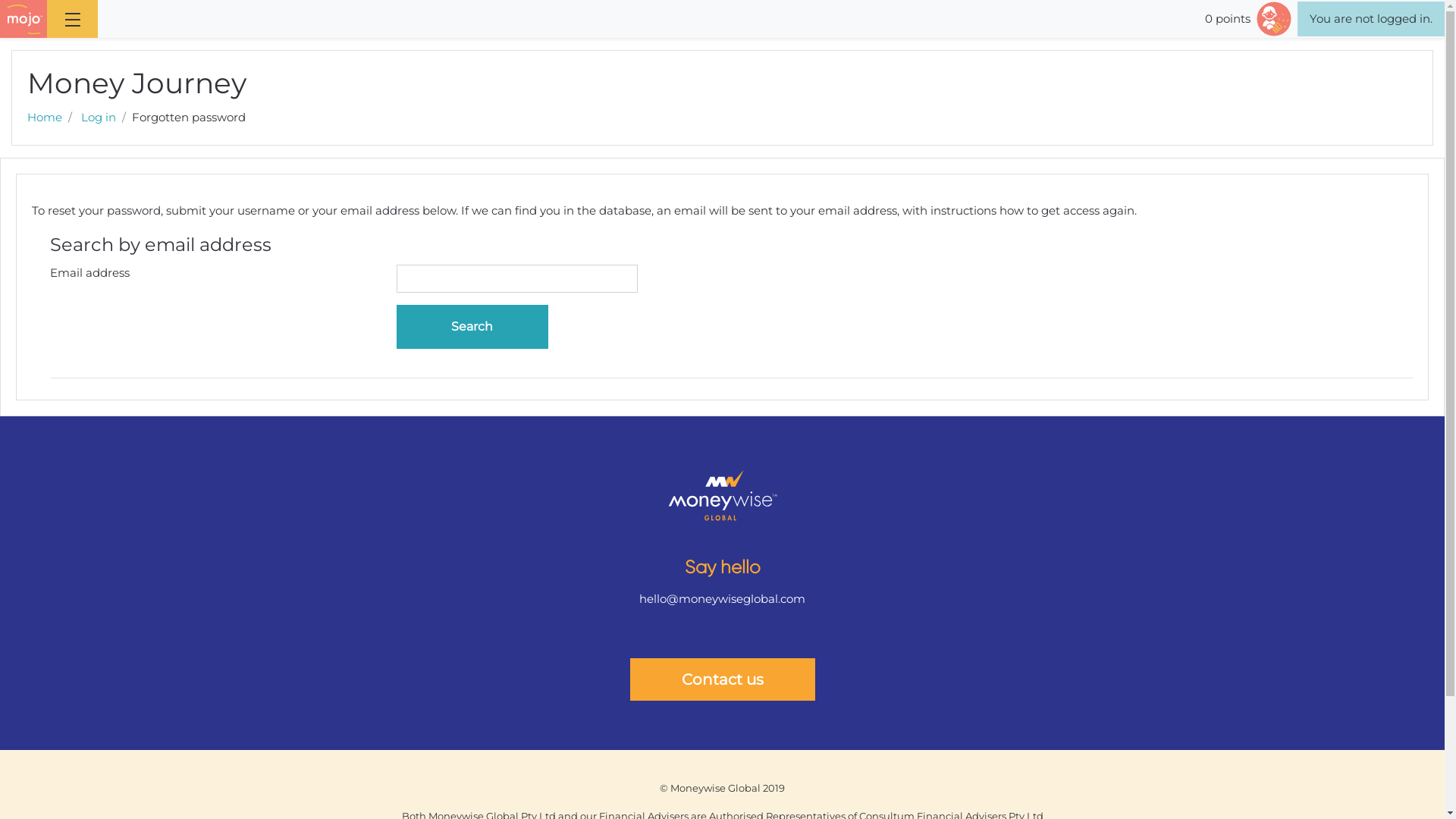 The width and height of the screenshot is (1456, 819). What do you see at coordinates (44, 116) in the screenshot?
I see `'Home'` at bounding box center [44, 116].